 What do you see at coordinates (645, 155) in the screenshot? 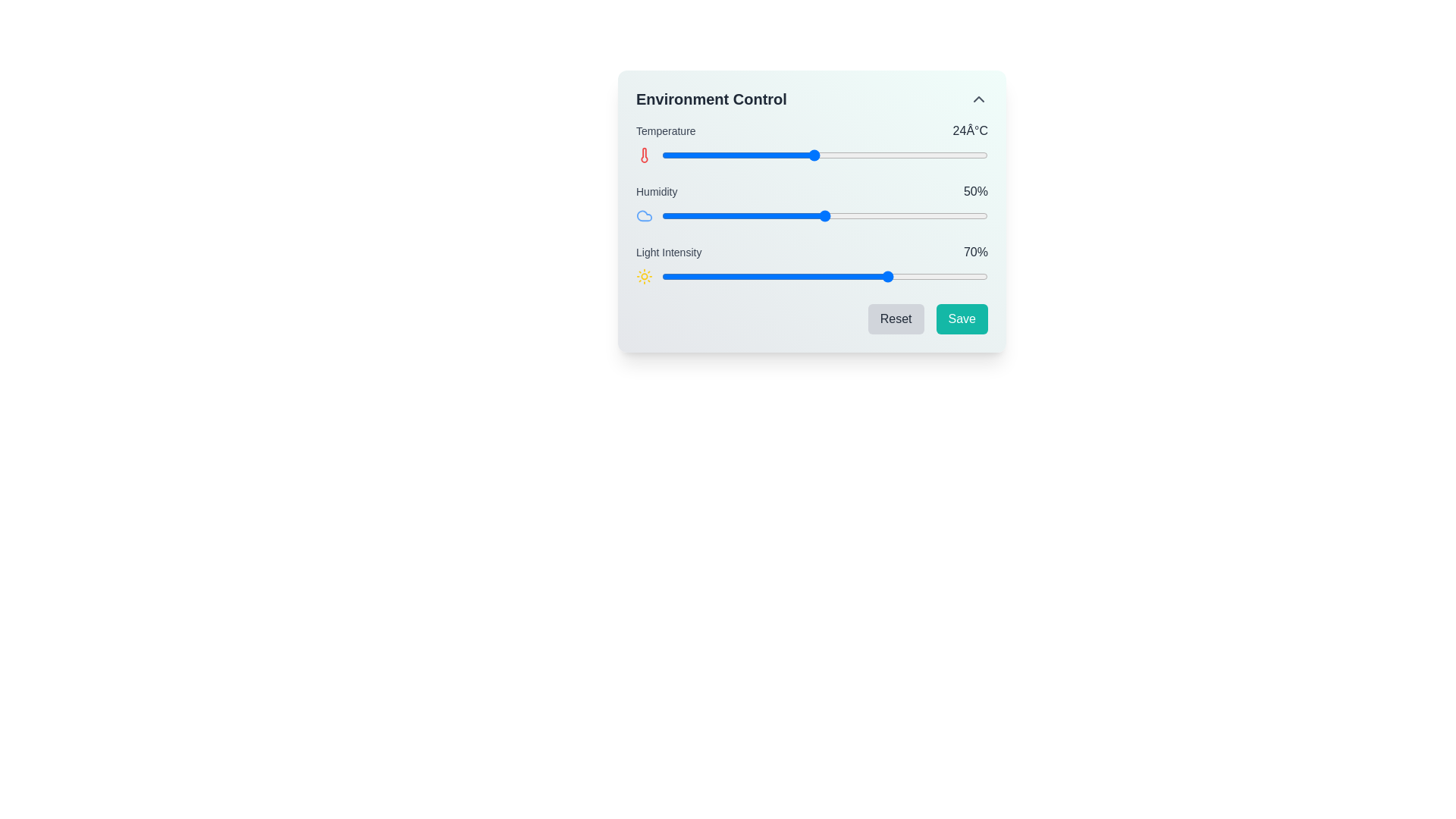
I see `the bold red thermometer icon located next to the 'Temperature' label in the 'Environment Control' panel` at bounding box center [645, 155].